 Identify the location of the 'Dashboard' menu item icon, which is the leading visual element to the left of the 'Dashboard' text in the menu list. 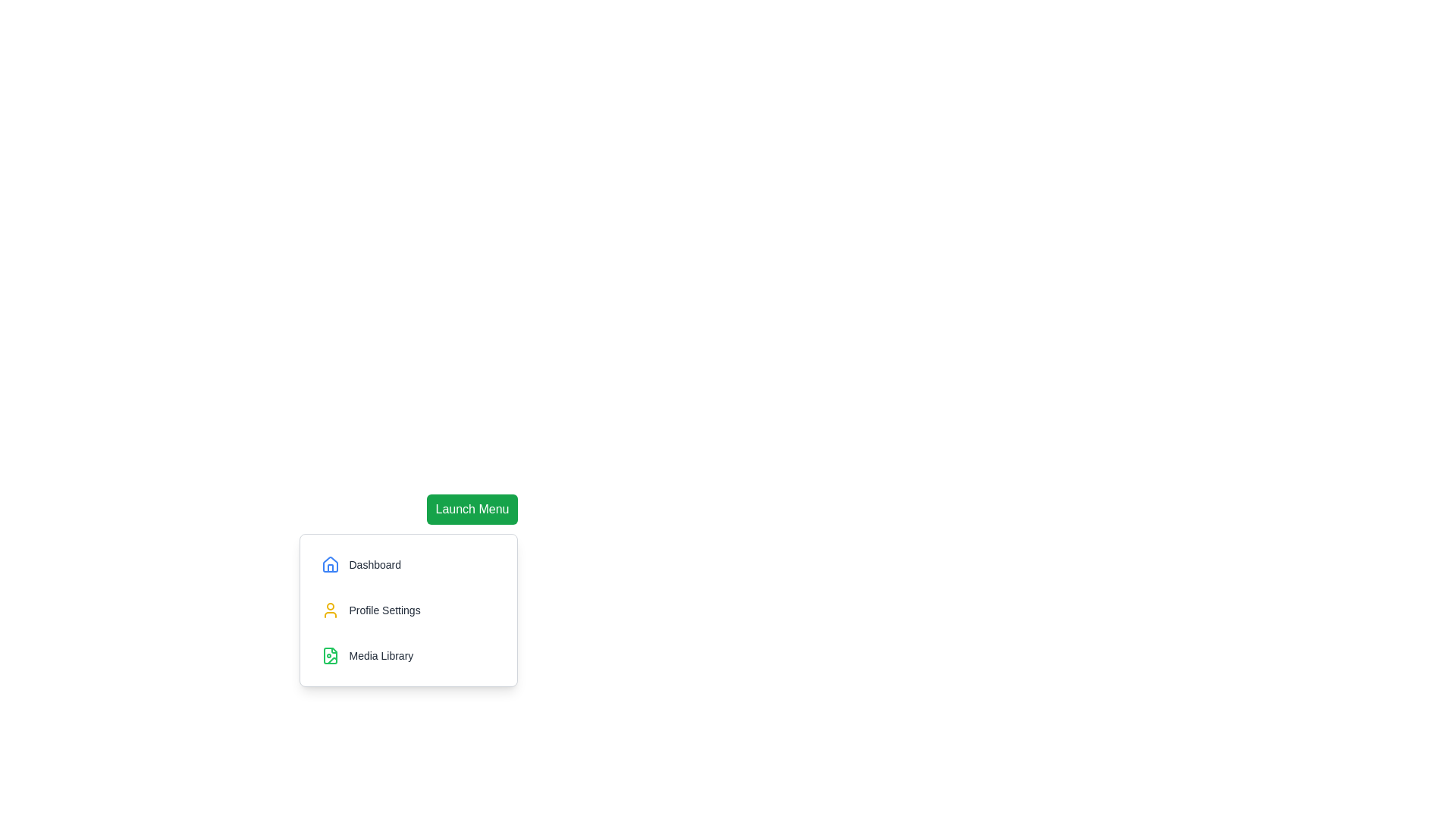
(330, 564).